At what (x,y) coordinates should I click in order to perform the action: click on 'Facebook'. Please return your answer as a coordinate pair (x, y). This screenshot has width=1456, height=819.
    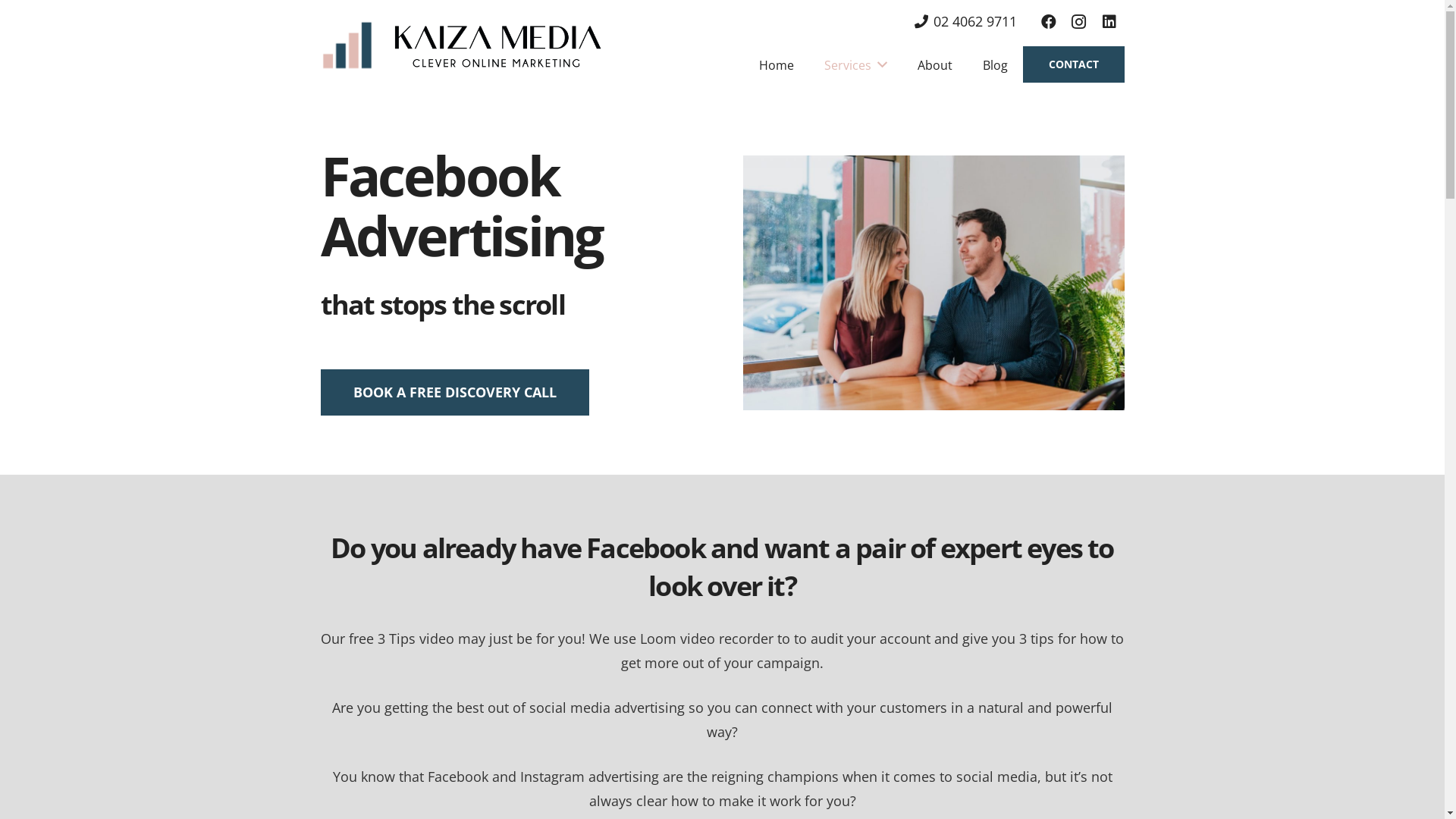
    Looking at the image, I should click on (1047, 22).